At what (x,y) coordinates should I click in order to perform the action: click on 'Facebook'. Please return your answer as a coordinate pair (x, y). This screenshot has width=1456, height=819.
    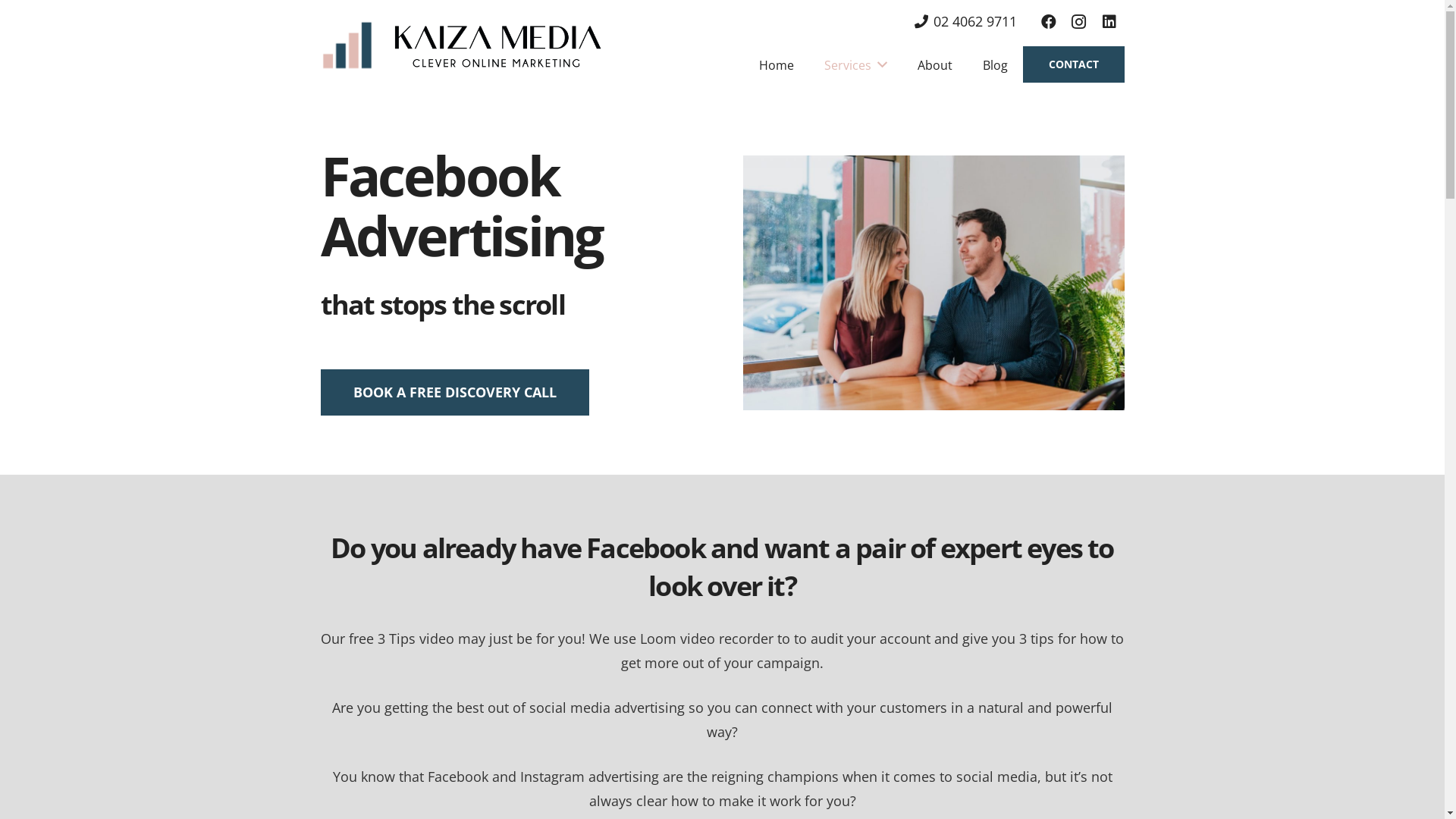
    Looking at the image, I should click on (1047, 22).